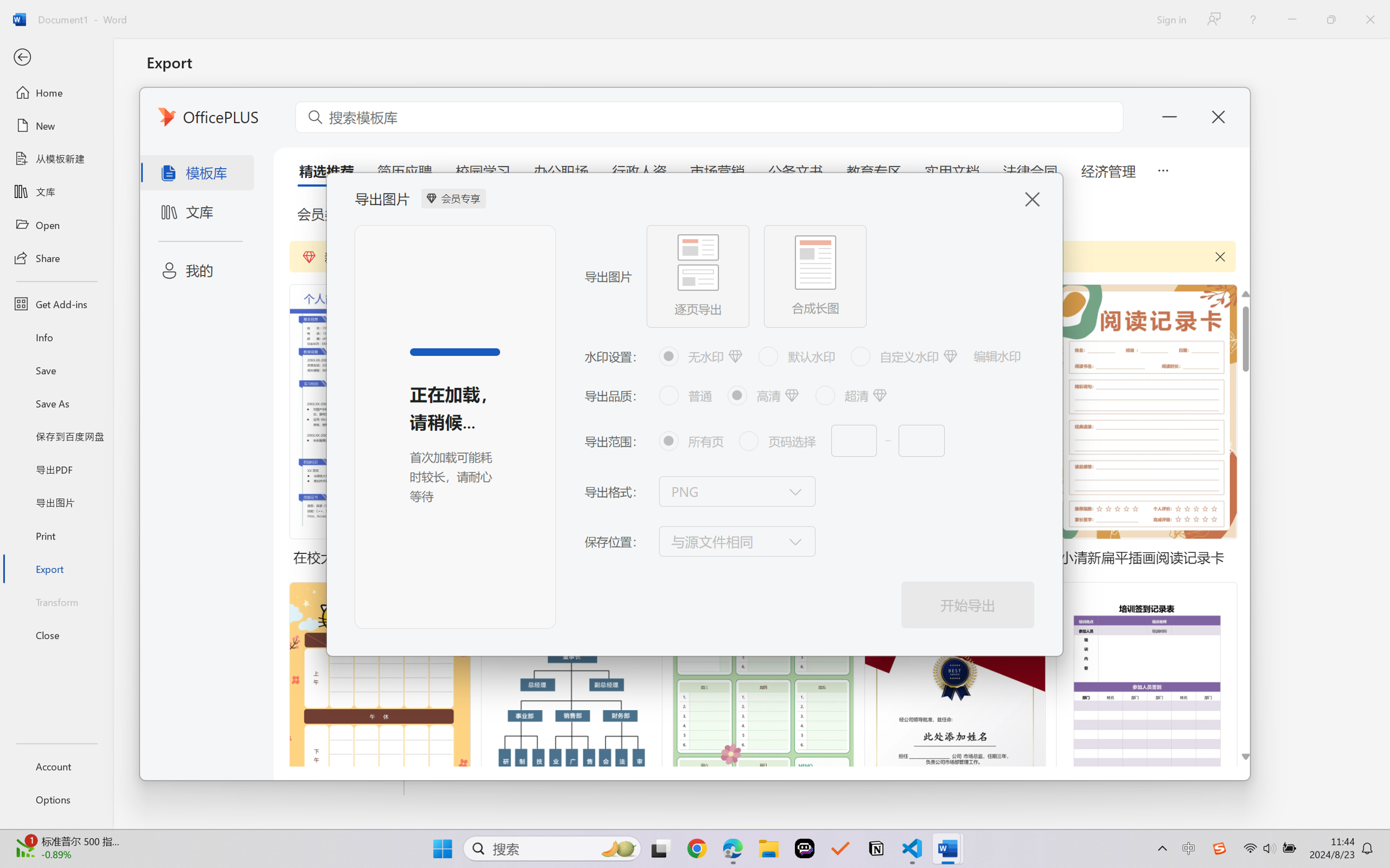  Describe the element at coordinates (56, 766) in the screenshot. I see `'Account'` at that location.